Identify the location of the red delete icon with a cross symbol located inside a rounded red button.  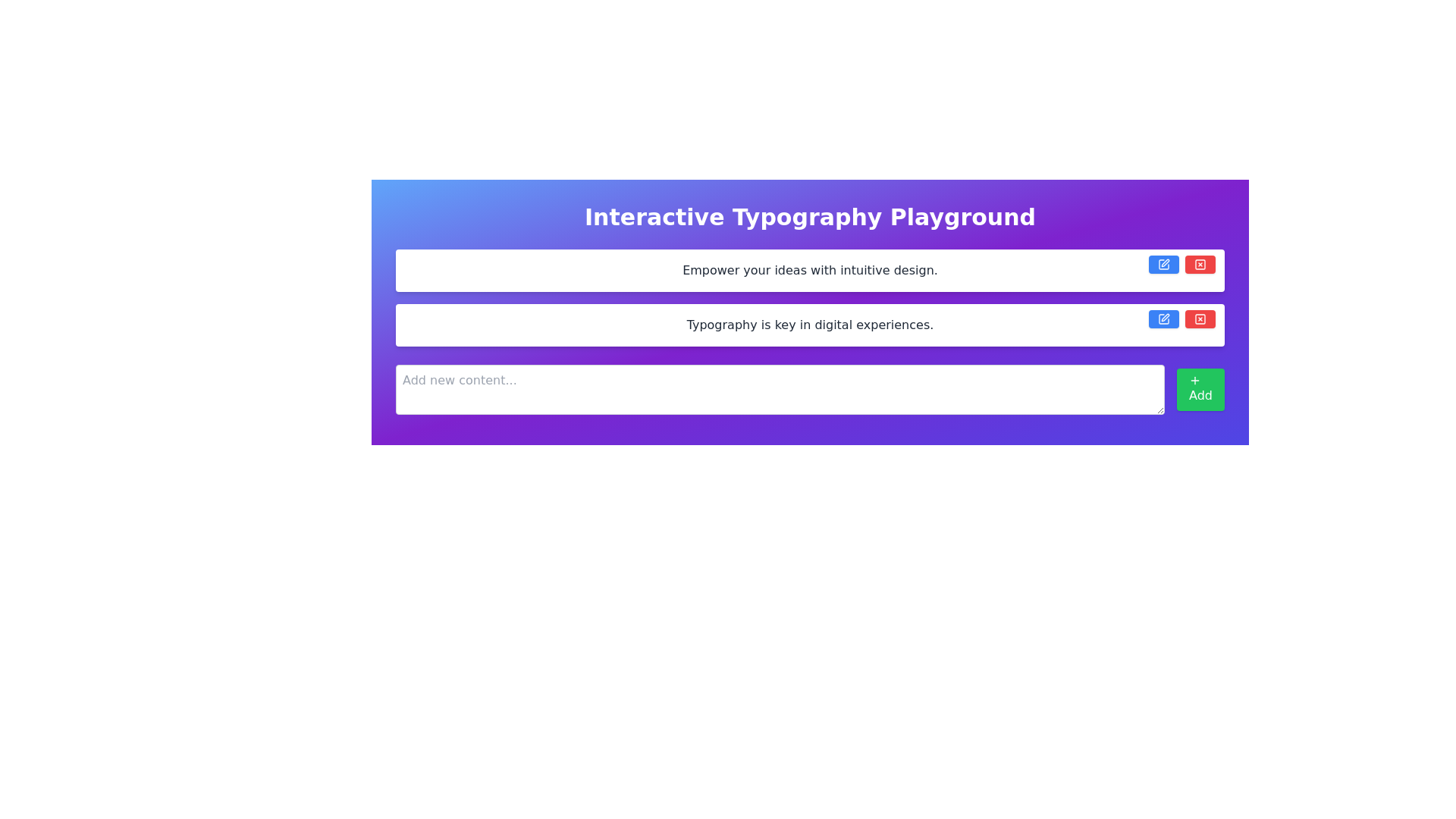
(1200, 263).